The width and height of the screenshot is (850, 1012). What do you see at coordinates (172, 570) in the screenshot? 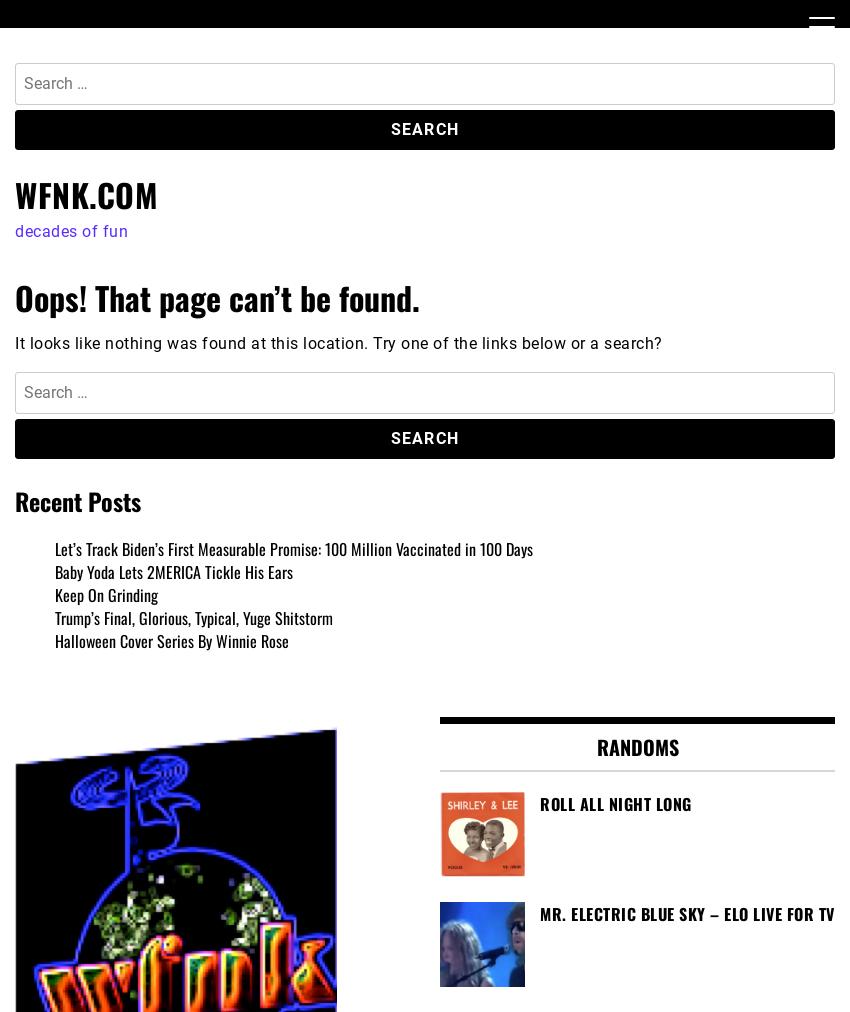
I see `'Baby Yoda Lets 2MERICA Tickle His Ears'` at bounding box center [172, 570].